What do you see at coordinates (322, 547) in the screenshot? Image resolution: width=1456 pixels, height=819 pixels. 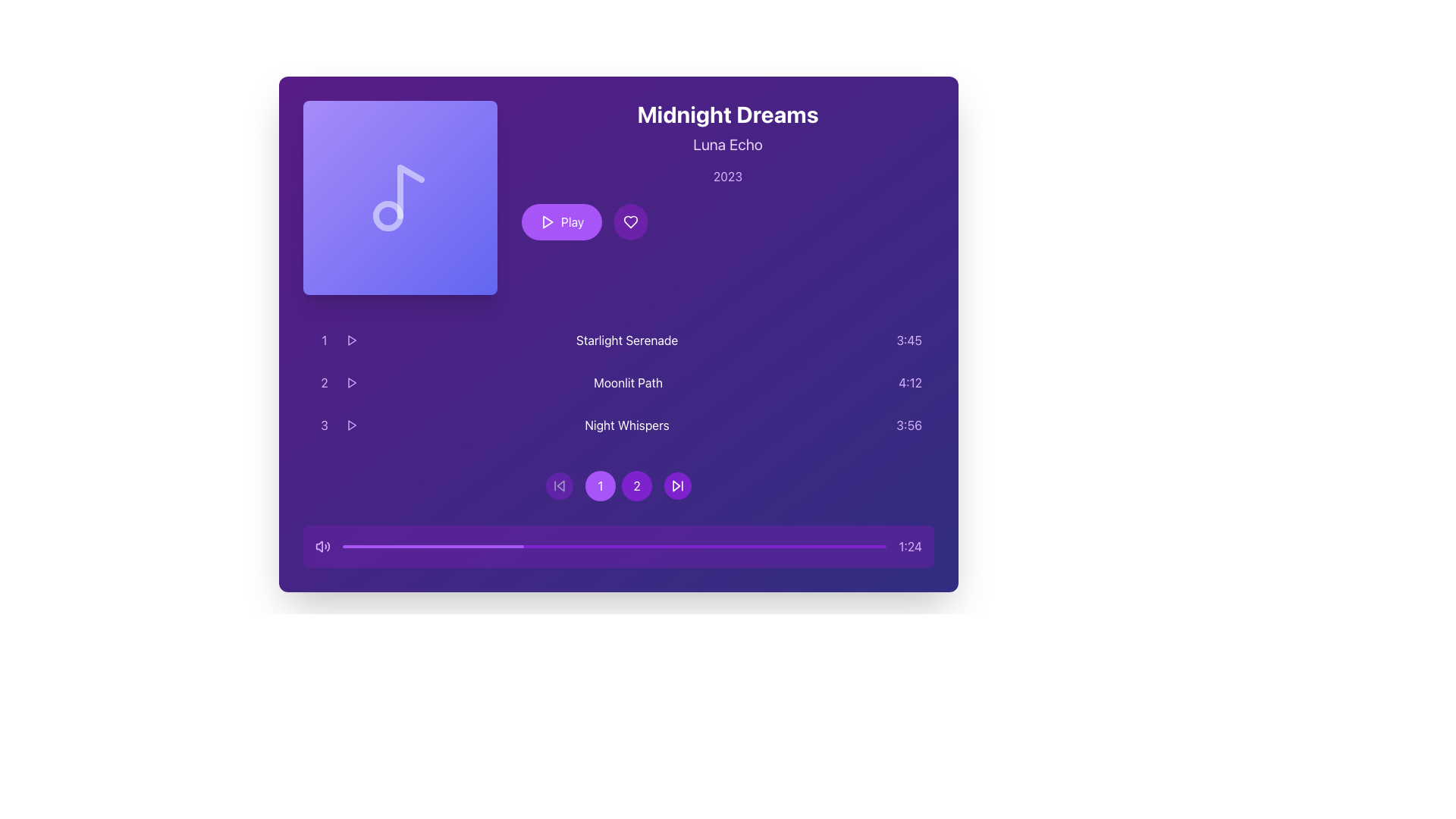 I see `the purple volume control icon, which features a speaker shape emitting sound waves` at bounding box center [322, 547].